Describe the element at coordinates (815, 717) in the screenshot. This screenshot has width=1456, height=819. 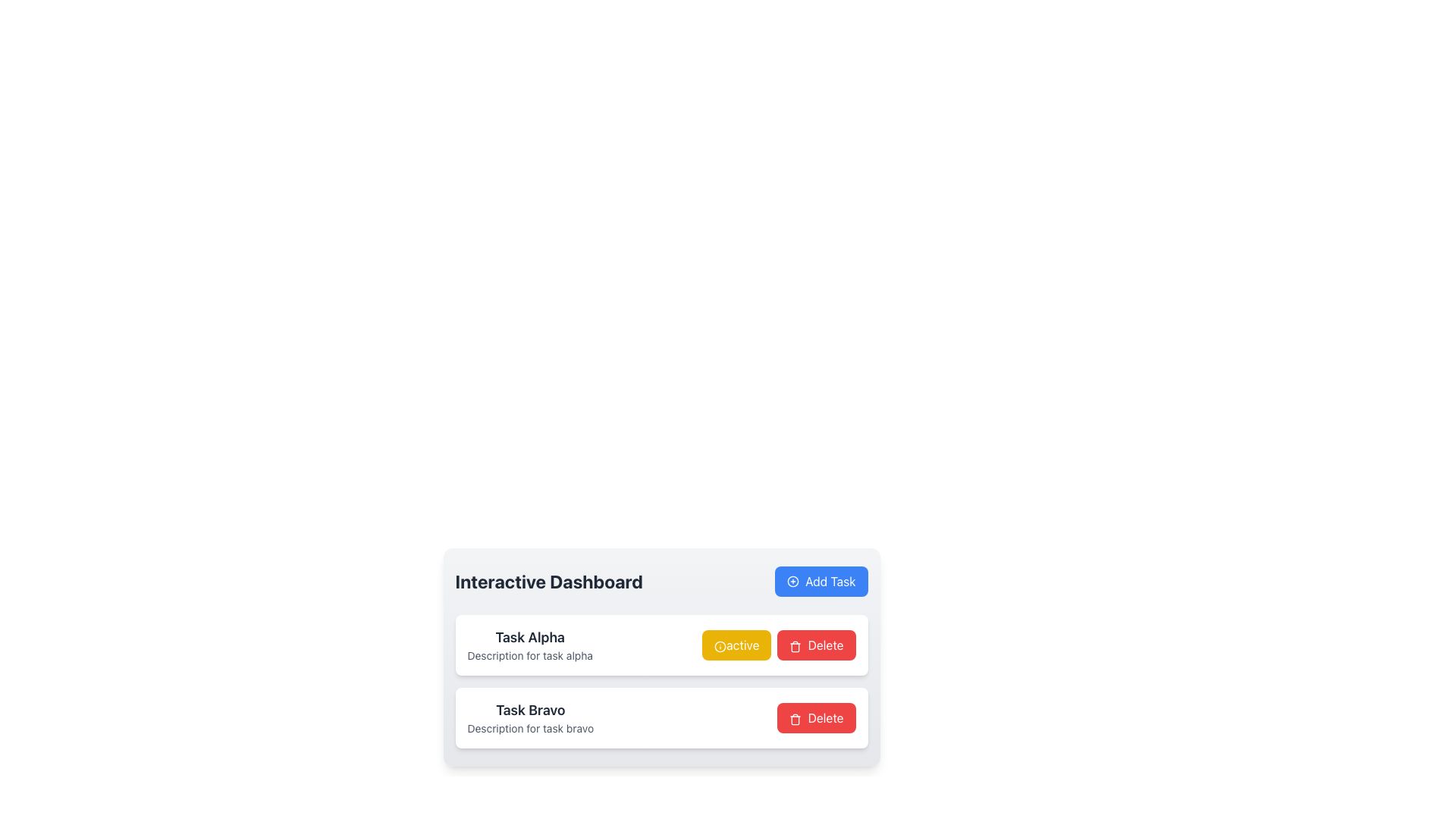
I see `the 'Delete' button with a red background and white text, located at the right side of the 'Task Bravo' row in the dashboard to observe interactive effects` at that location.